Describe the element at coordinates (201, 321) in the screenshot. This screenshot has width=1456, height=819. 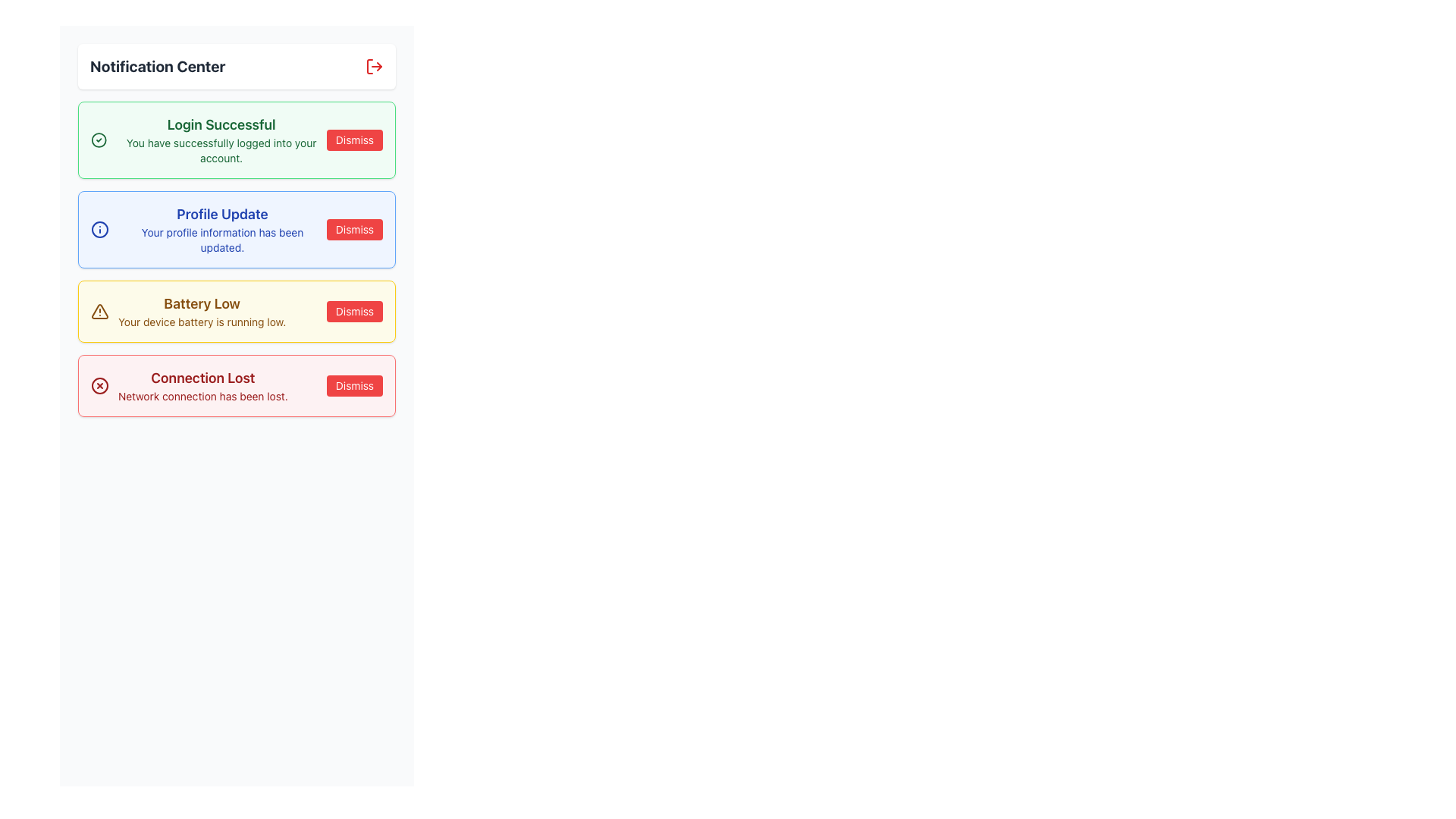
I see `the text display that reads 'Your device battery is running low.' located within the notification card with a yellow background` at that location.